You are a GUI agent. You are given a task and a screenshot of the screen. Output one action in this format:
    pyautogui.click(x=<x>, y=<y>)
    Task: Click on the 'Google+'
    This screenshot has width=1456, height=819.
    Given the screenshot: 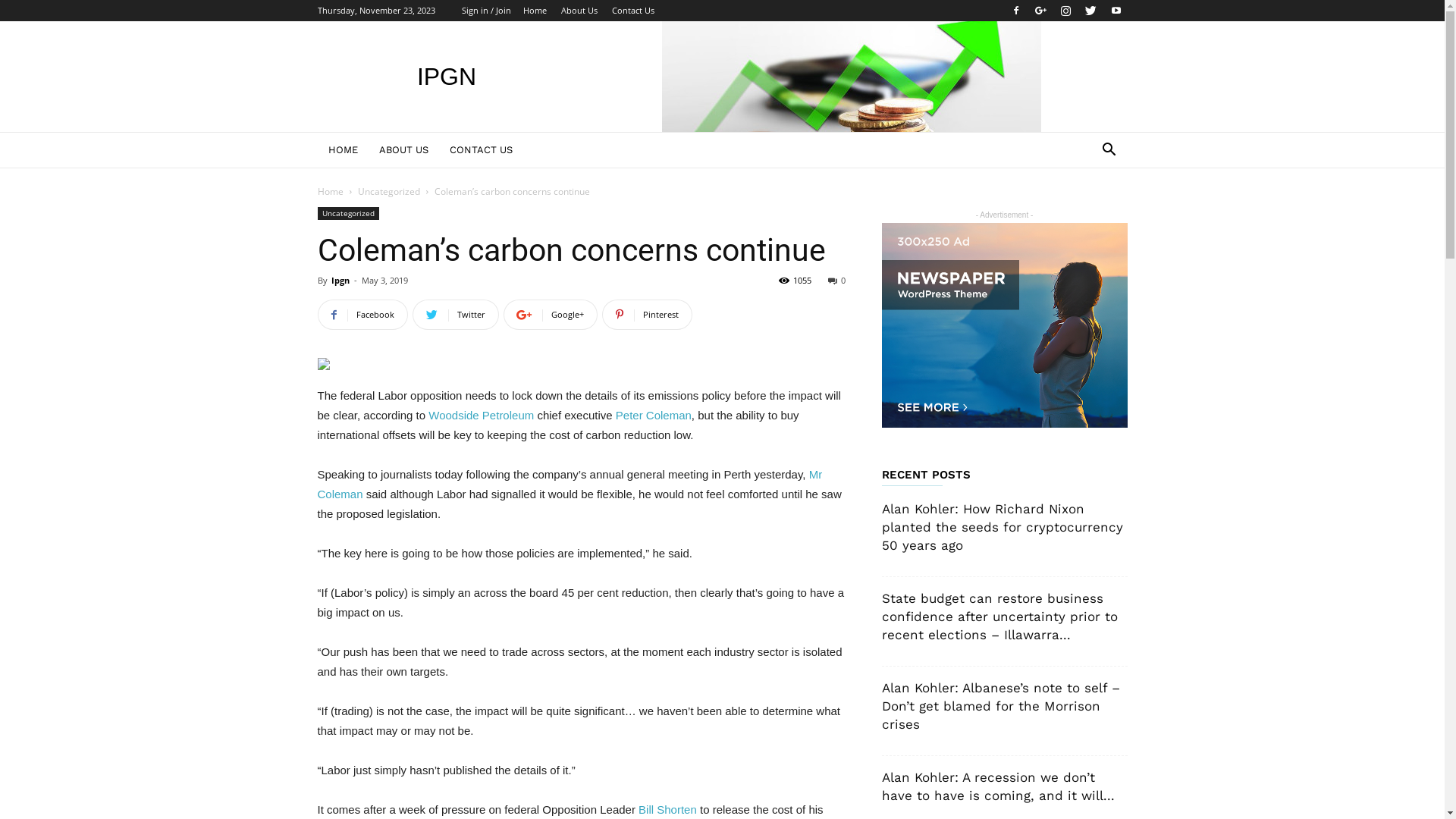 What is the action you would take?
    pyautogui.click(x=549, y=314)
    